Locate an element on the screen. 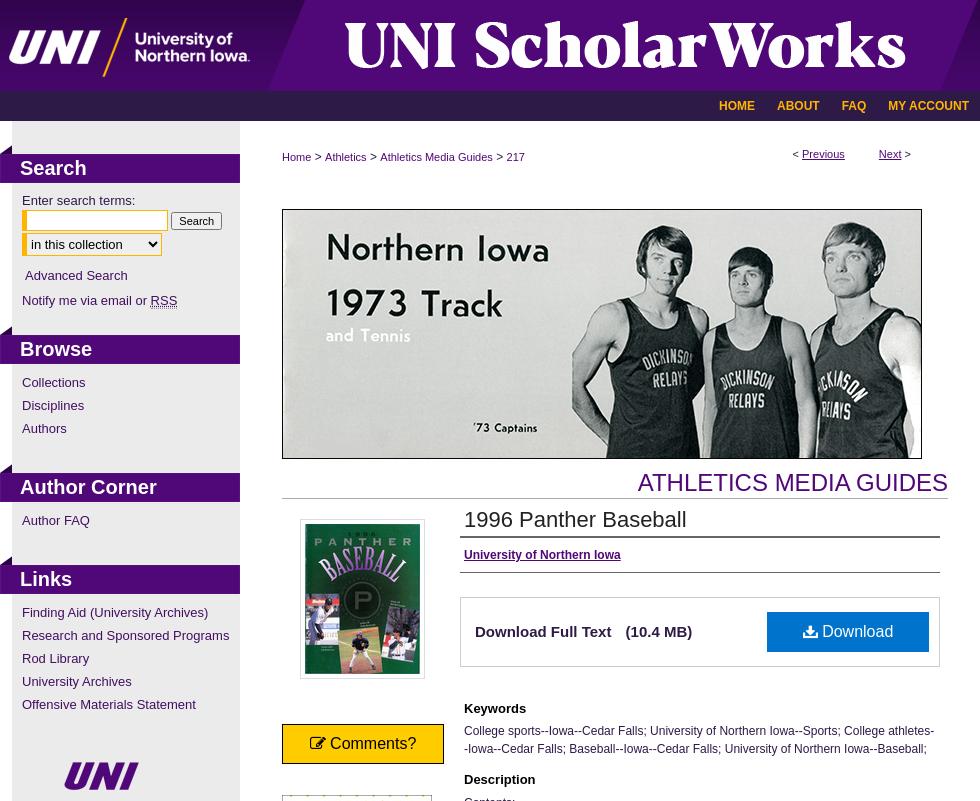 This screenshot has width=980, height=801. 'Enter search terms:' is located at coordinates (78, 199).